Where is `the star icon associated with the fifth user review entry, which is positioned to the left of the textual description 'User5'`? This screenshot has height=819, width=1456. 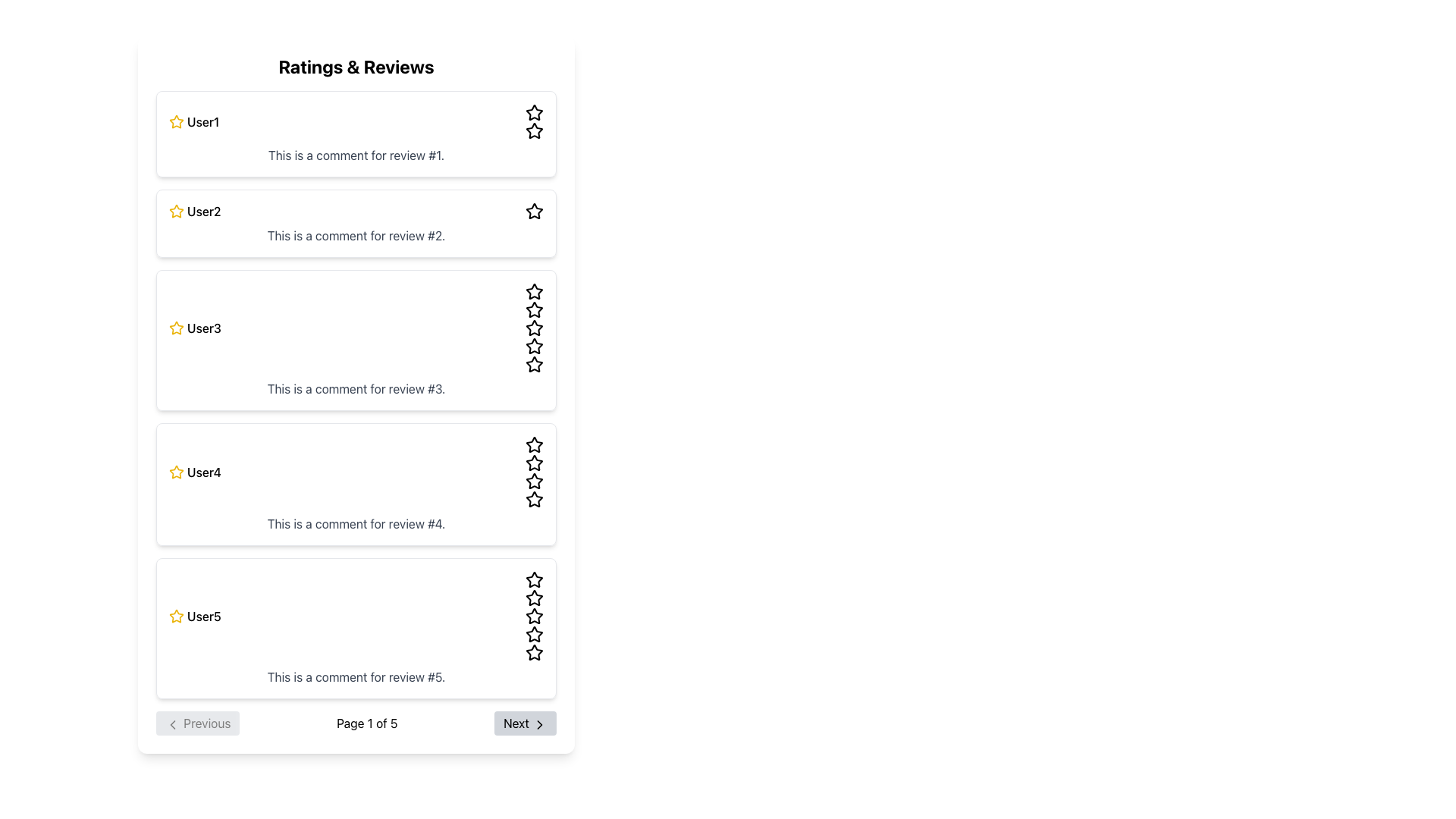
the star icon associated with the fifth user review entry, which is positioned to the left of the textual description 'User5' is located at coordinates (177, 616).